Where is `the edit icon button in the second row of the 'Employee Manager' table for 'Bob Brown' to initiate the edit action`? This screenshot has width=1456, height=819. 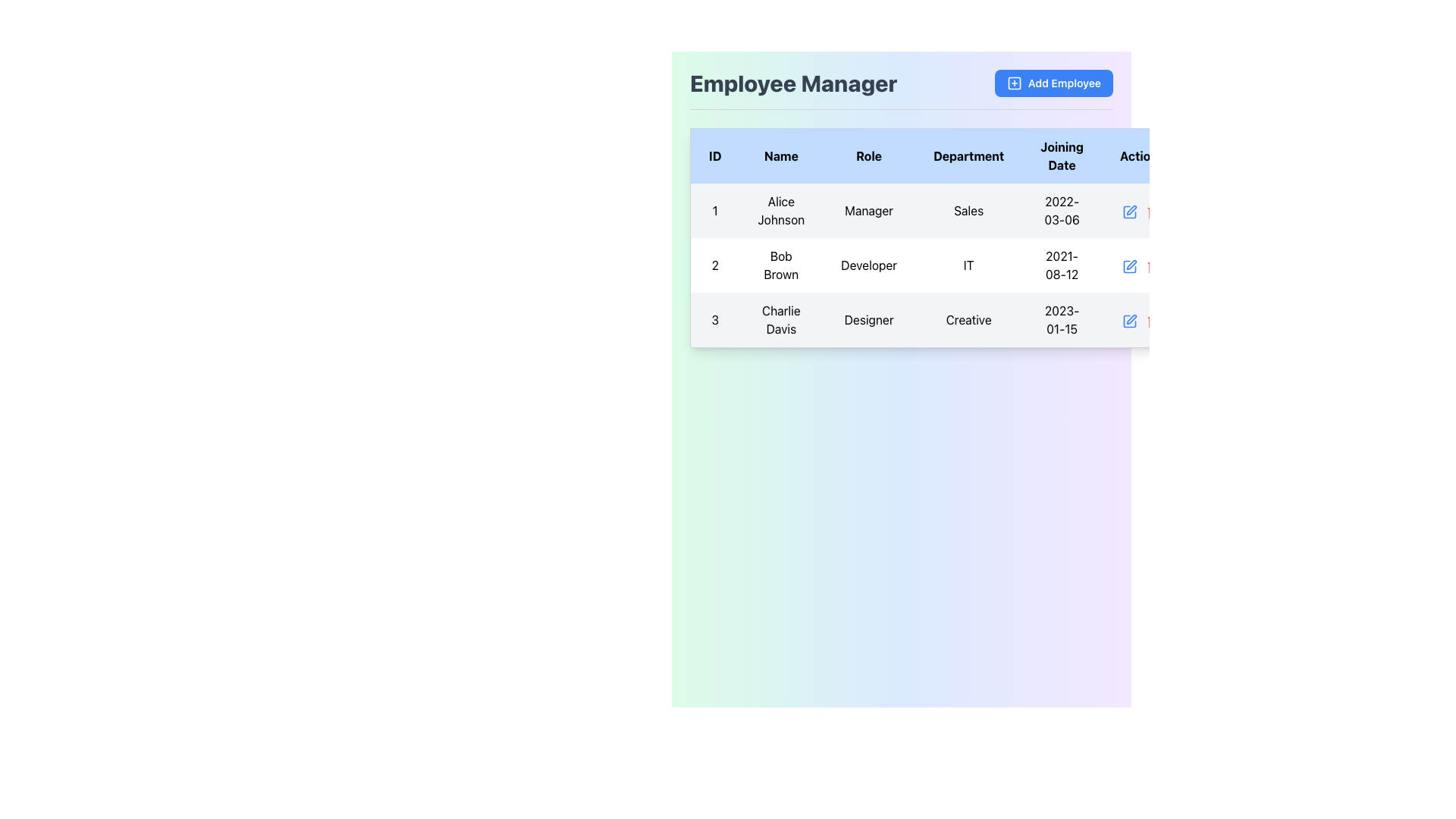
the edit icon button in the second row of the 'Employee Manager' table for 'Bob Brown' to initiate the edit action is located at coordinates (1129, 265).